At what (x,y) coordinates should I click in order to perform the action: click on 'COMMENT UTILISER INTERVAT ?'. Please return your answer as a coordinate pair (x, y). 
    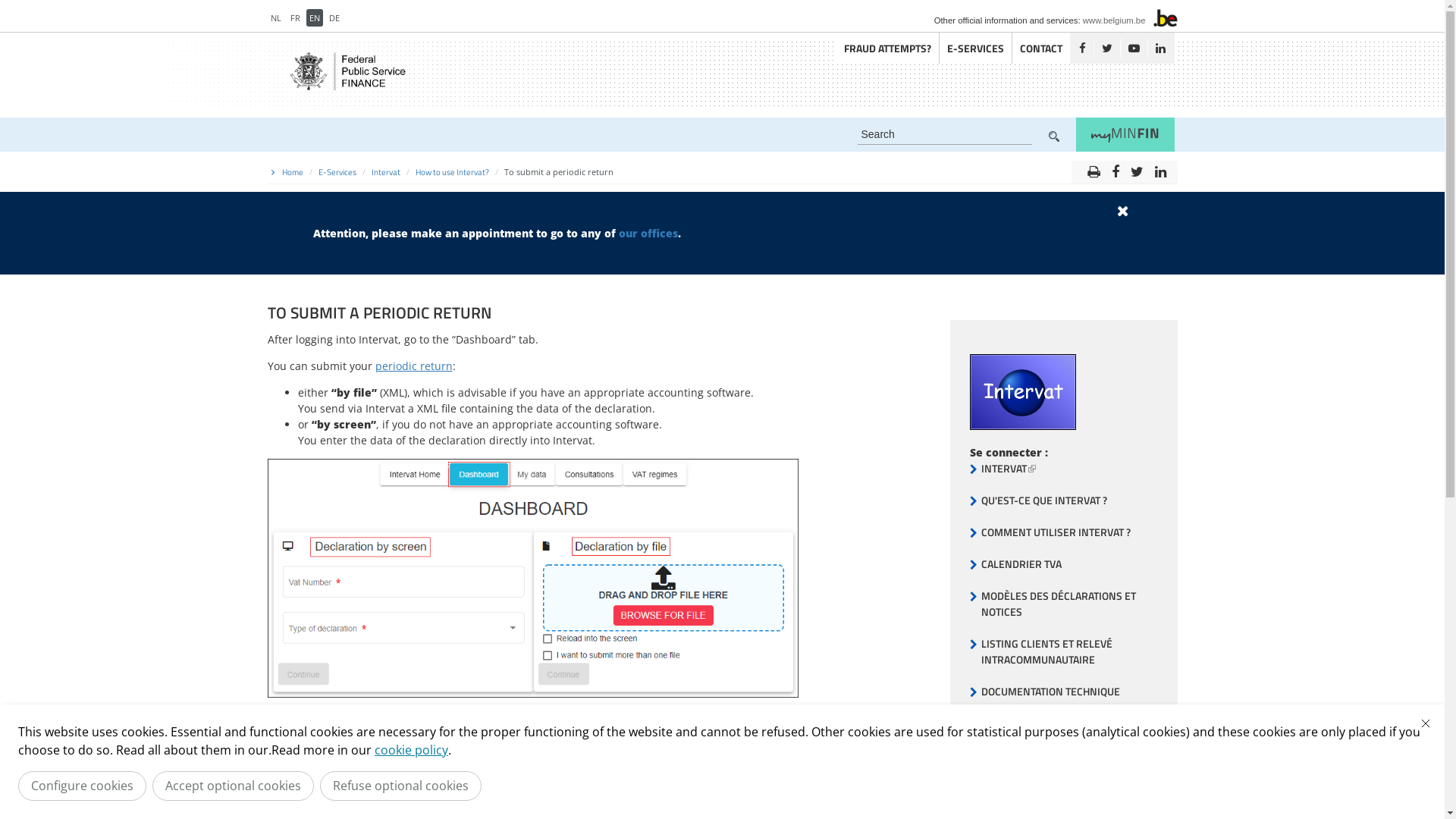
    Looking at the image, I should click on (1055, 531).